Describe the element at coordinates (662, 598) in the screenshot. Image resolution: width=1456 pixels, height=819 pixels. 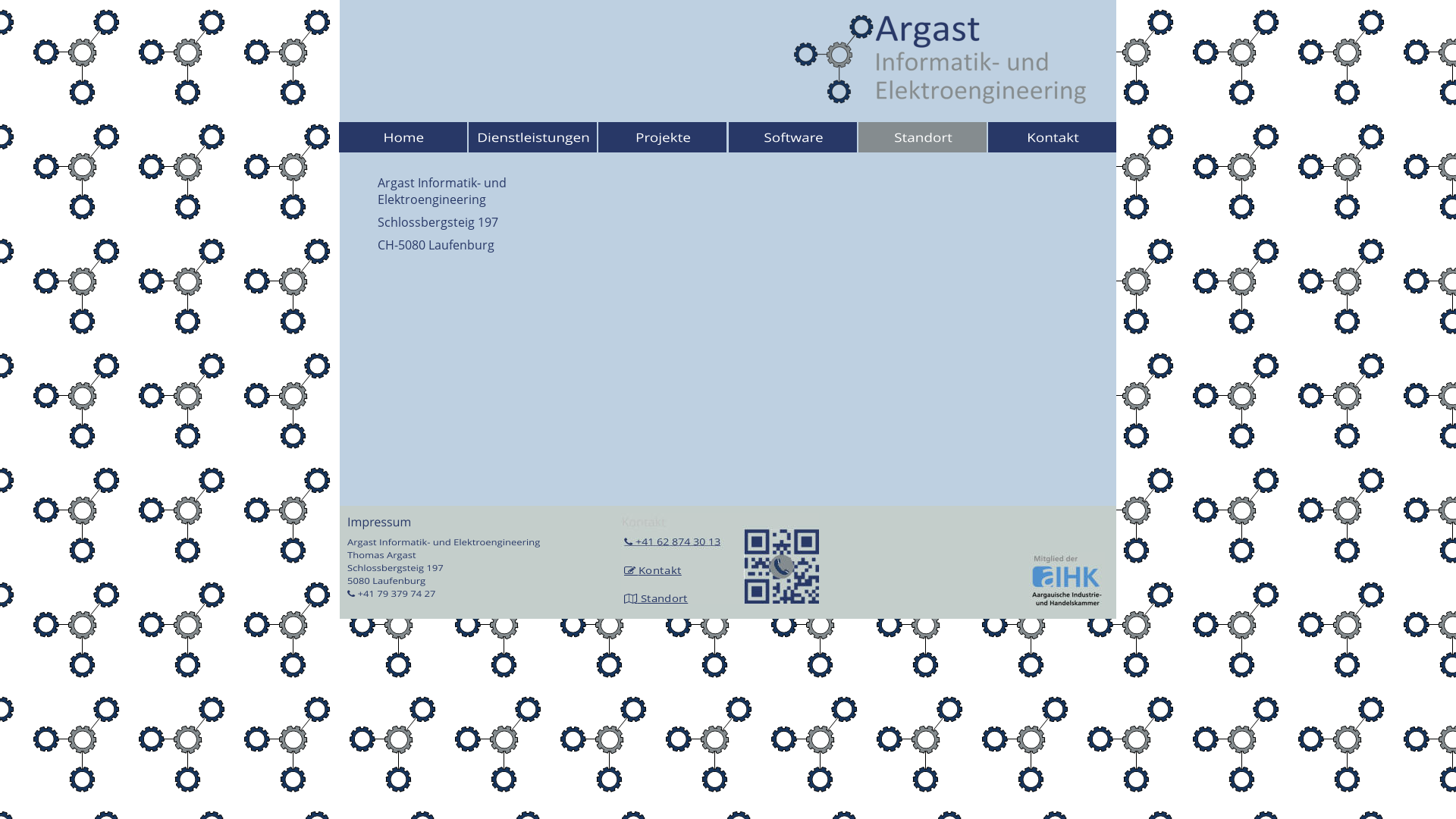
I see `' Standort'` at that location.